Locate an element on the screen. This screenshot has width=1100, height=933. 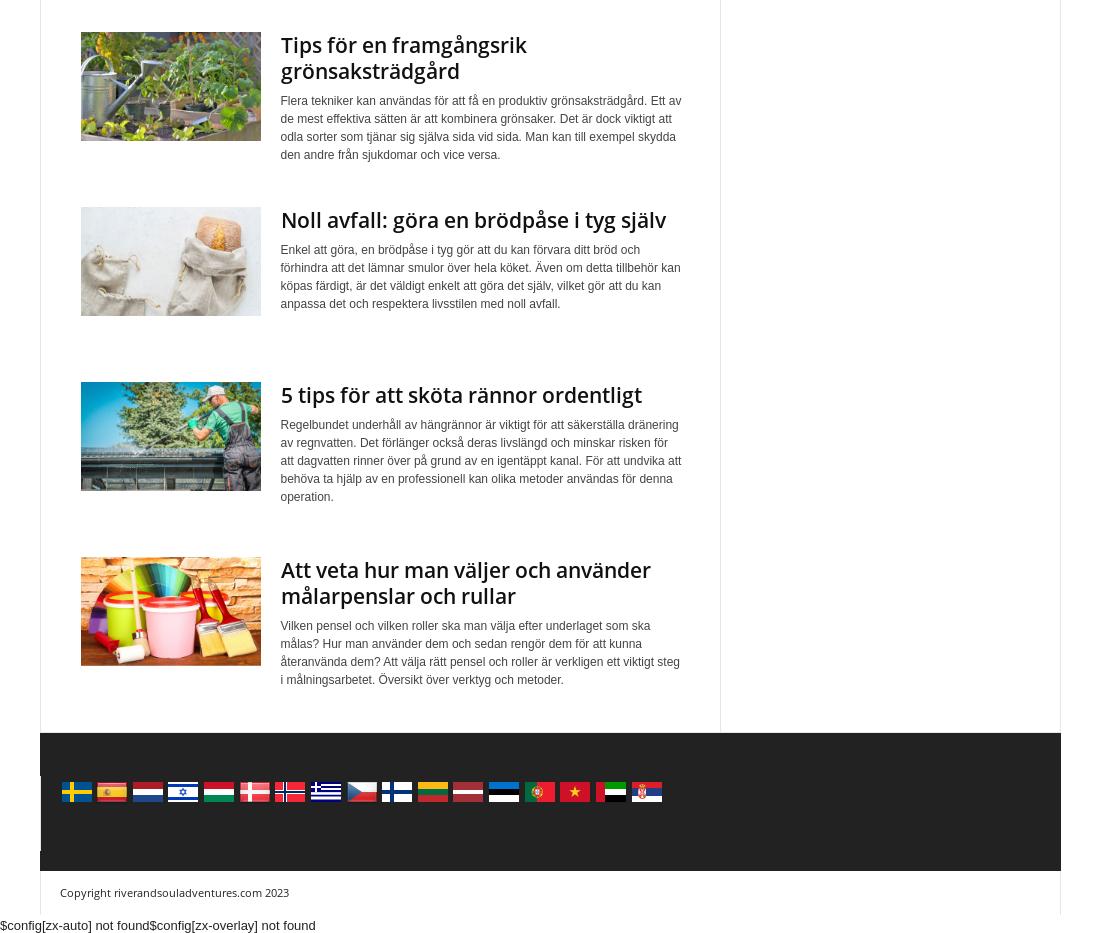
'Copyright riverandsouladventures.com 2023' is located at coordinates (57, 892).